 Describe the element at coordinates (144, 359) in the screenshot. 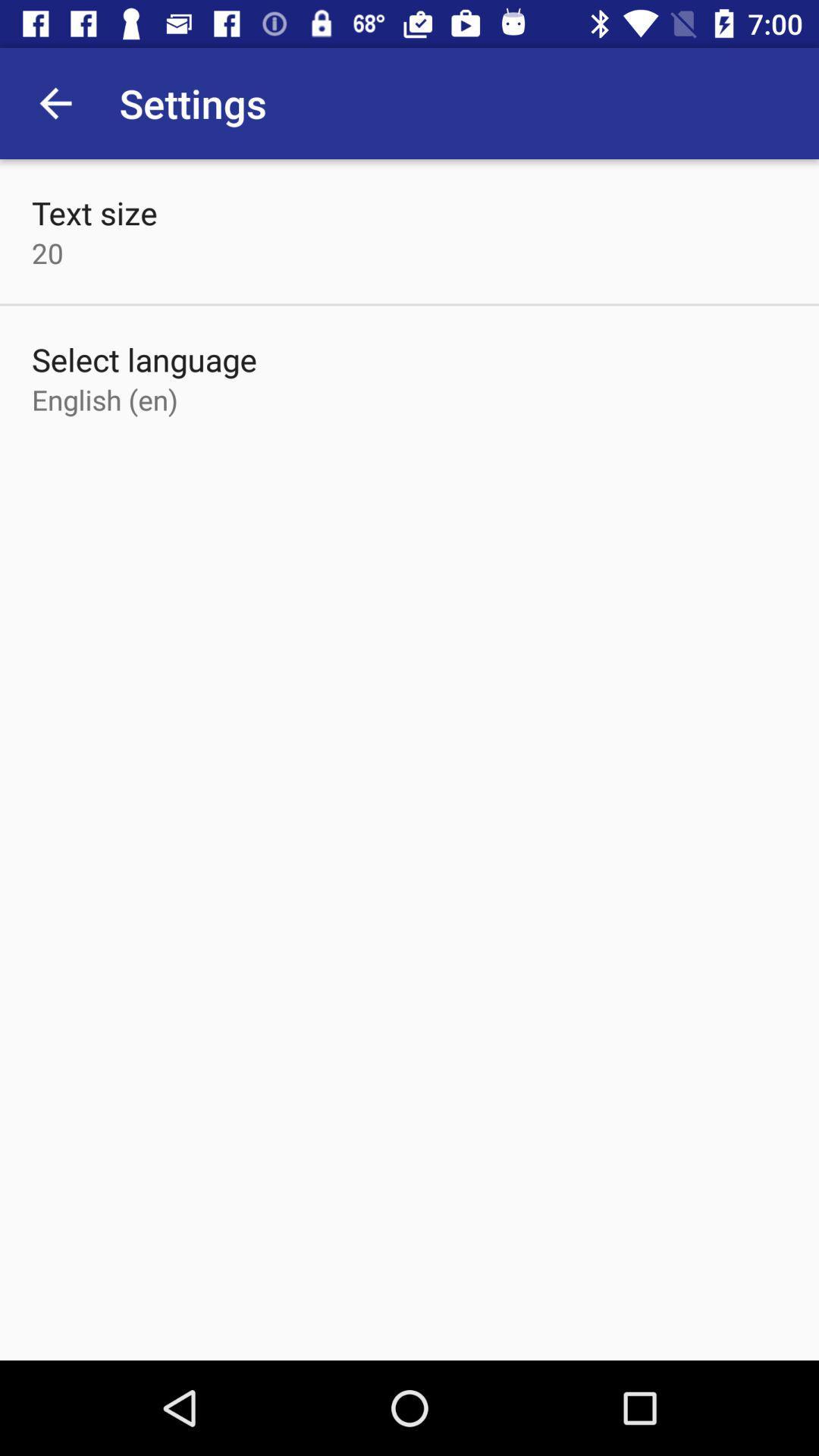

I see `the icon below 20 item` at that location.